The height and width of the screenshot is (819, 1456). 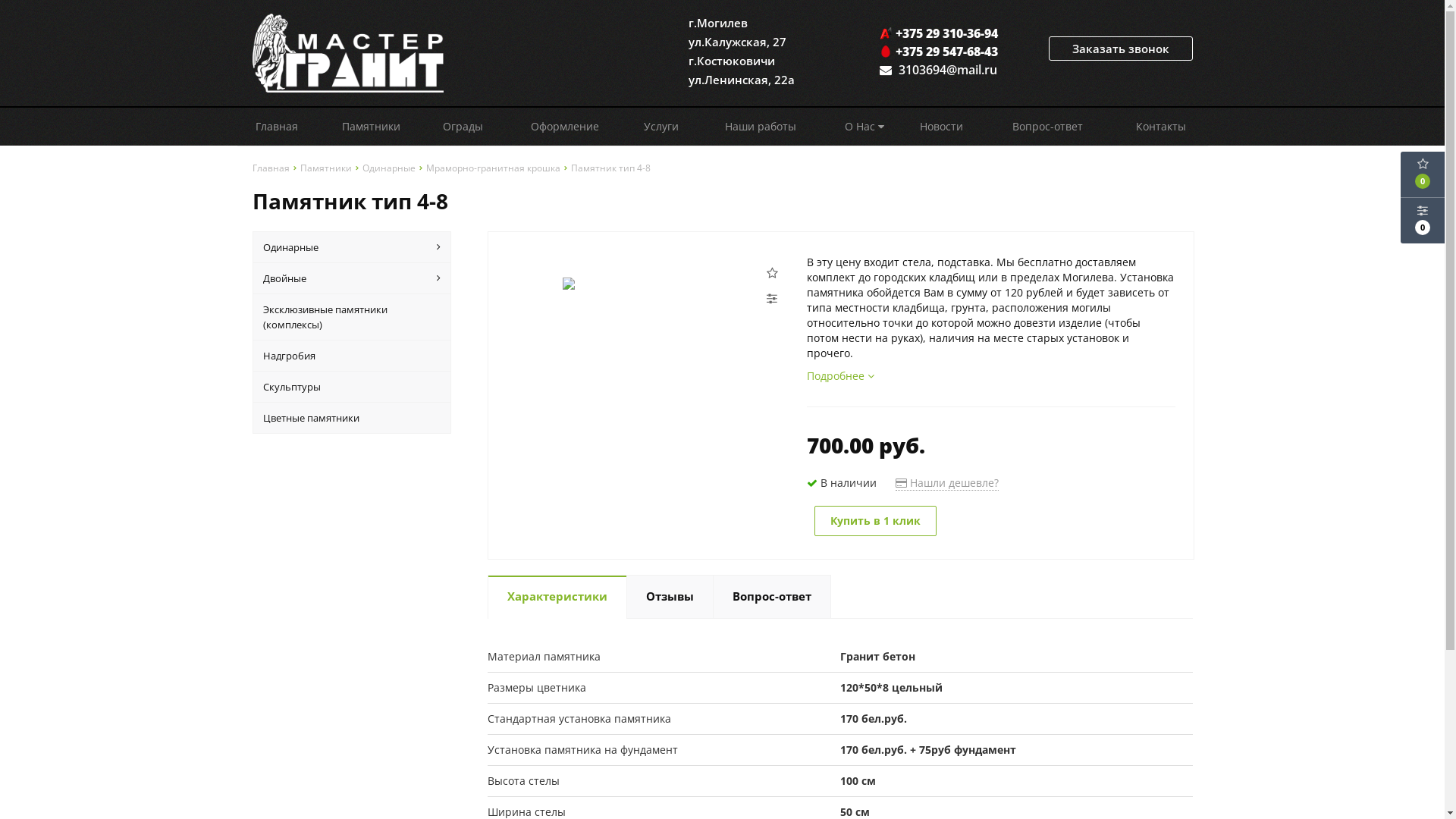 What do you see at coordinates (1422, 220) in the screenshot?
I see `'0'` at bounding box center [1422, 220].